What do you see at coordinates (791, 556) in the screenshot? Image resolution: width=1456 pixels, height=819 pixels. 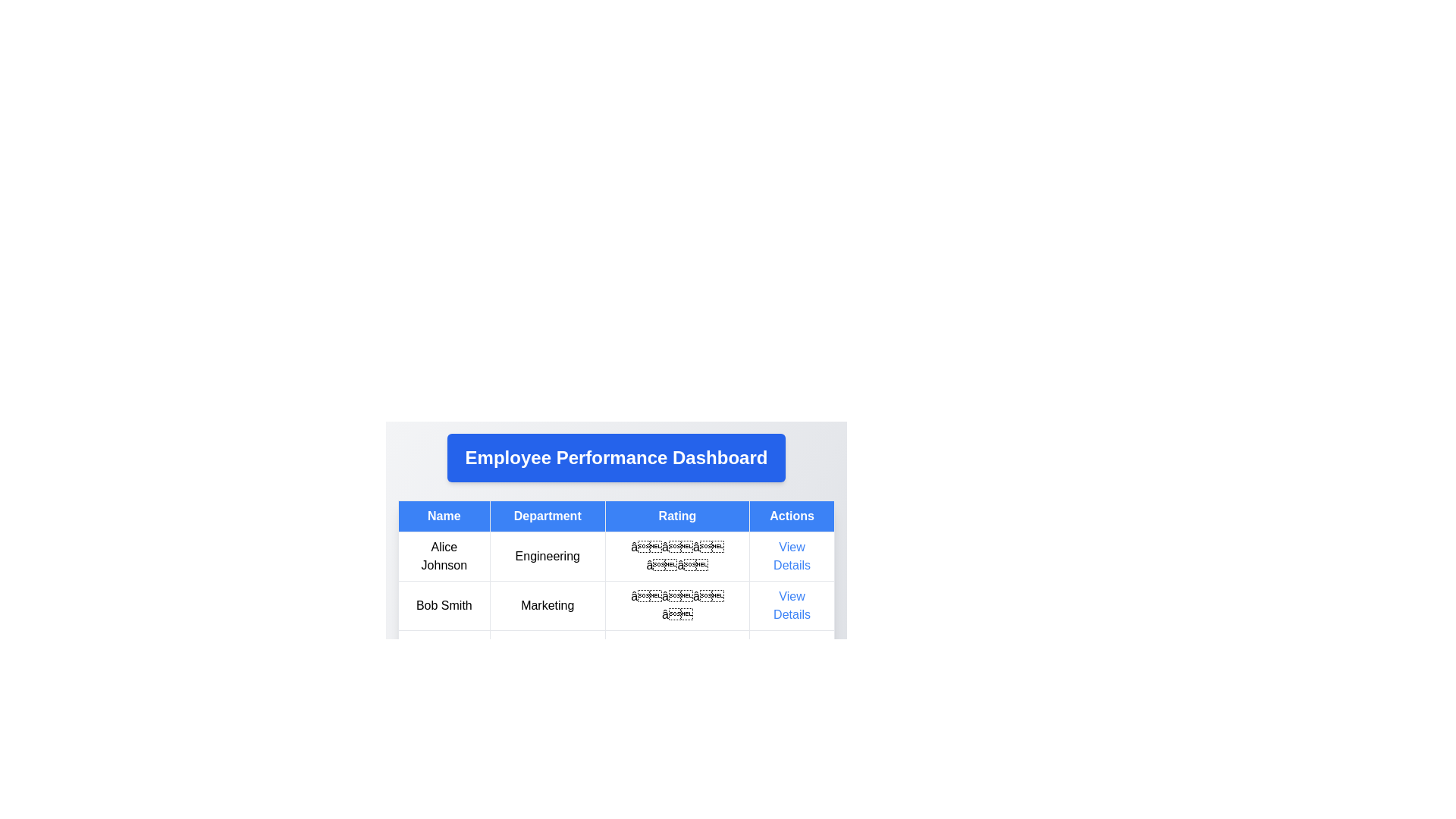 I see `the blue, underlined hyperlink labeled 'View Details' in the 'Actions' column of the table row for 'Alice Johnson'` at bounding box center [791, 556].